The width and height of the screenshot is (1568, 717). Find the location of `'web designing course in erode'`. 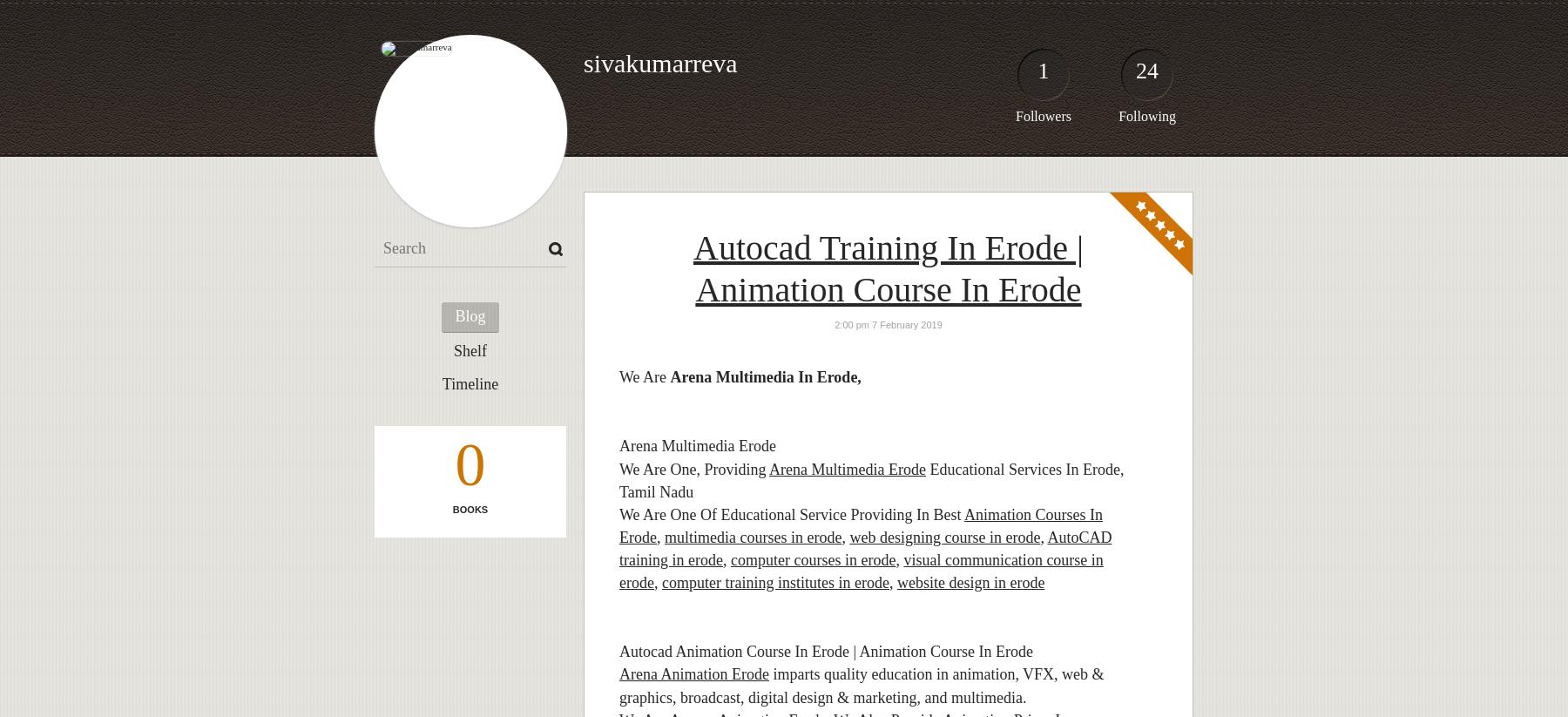

'web designing course in erode' is located at coordinates (848, 536).